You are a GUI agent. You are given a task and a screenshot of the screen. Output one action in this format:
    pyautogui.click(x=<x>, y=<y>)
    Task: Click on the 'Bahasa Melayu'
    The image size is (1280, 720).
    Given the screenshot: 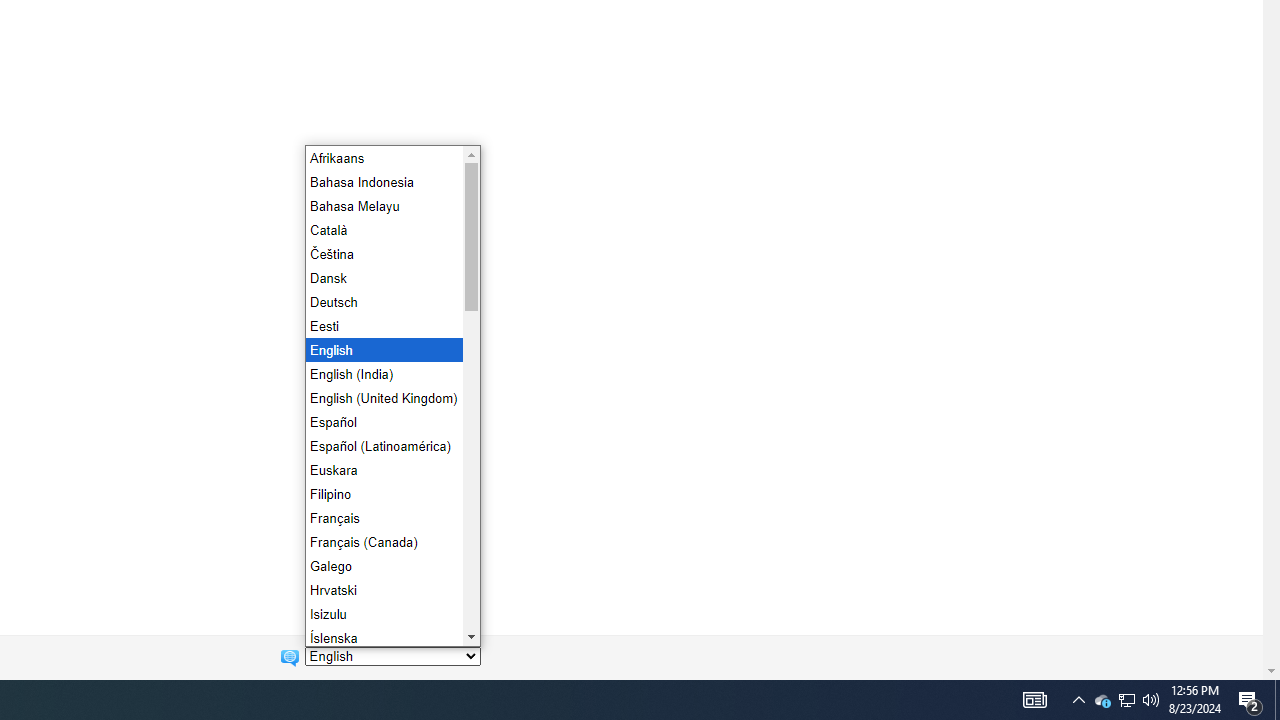 What is the action you would take?
    pyautogui.click(x=382, y=205)
    